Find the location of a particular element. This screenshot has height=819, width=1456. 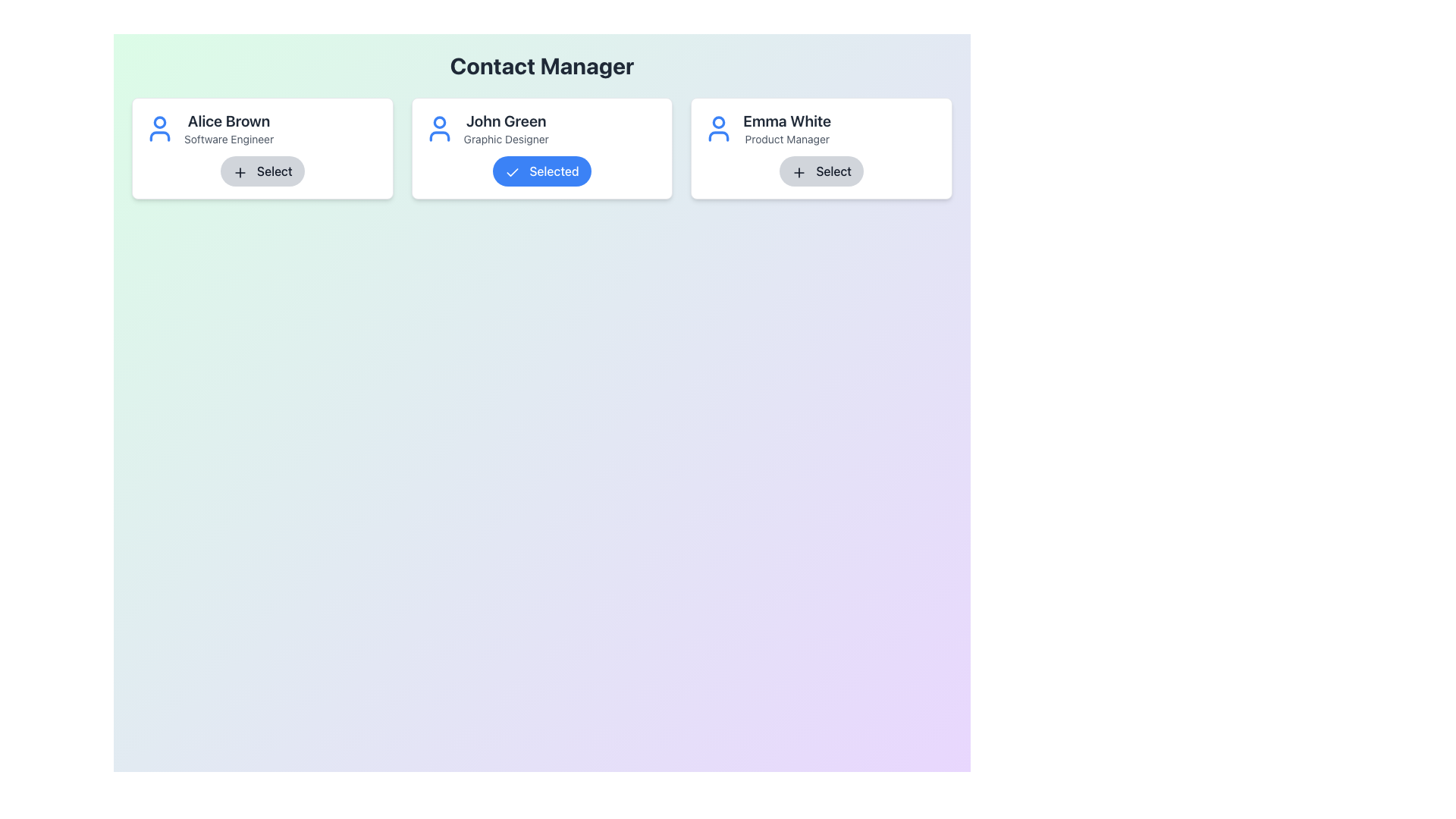

the button located at the bottom of the card displaying 'Alice Brown' and 'Software Engineer' is located at coordinates (262, 171).